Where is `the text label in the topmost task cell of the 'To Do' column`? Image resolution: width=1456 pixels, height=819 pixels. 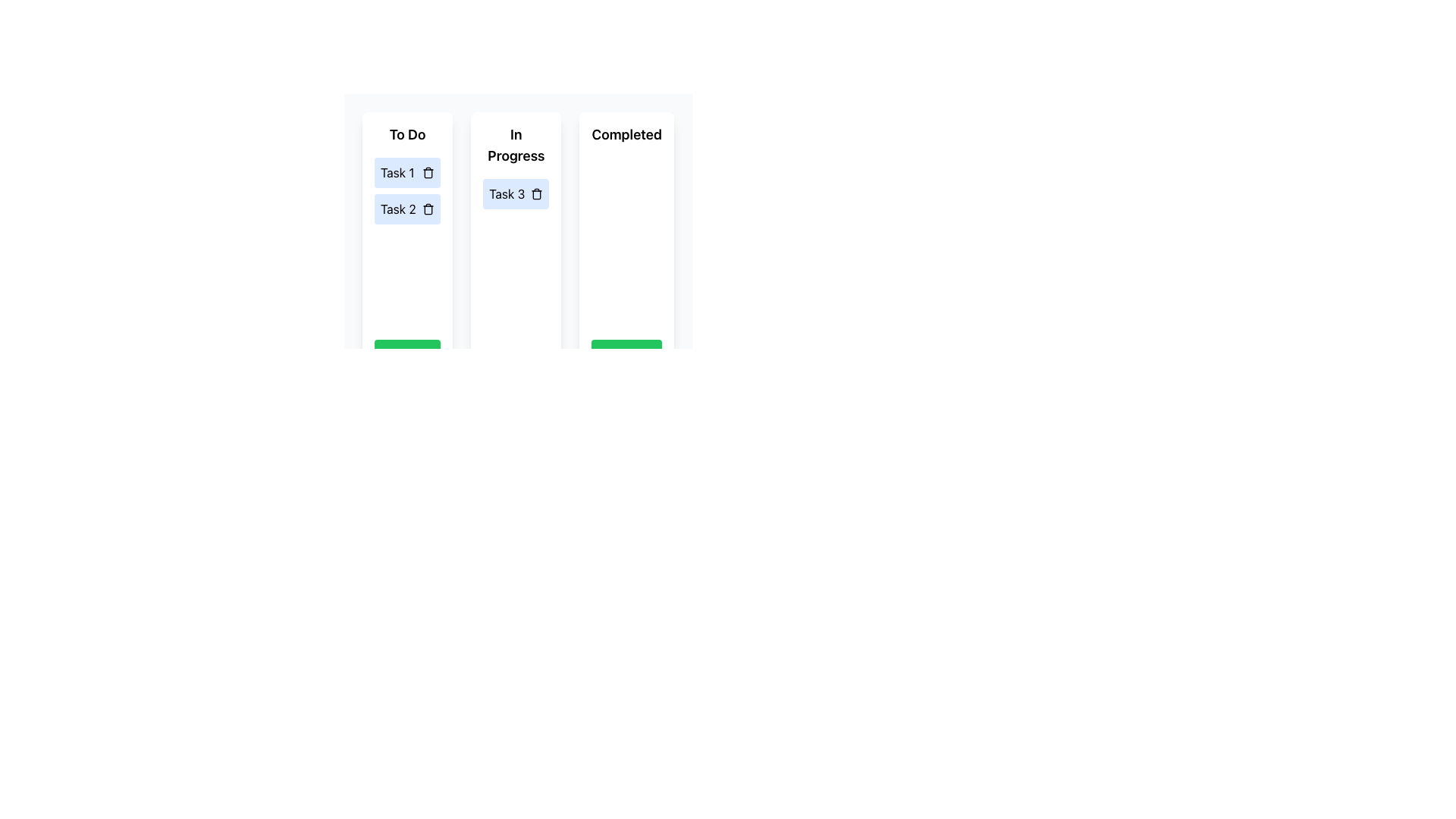
the text label in the topmost task cell of the 'To Do' column is located at coordinates (397, 171).